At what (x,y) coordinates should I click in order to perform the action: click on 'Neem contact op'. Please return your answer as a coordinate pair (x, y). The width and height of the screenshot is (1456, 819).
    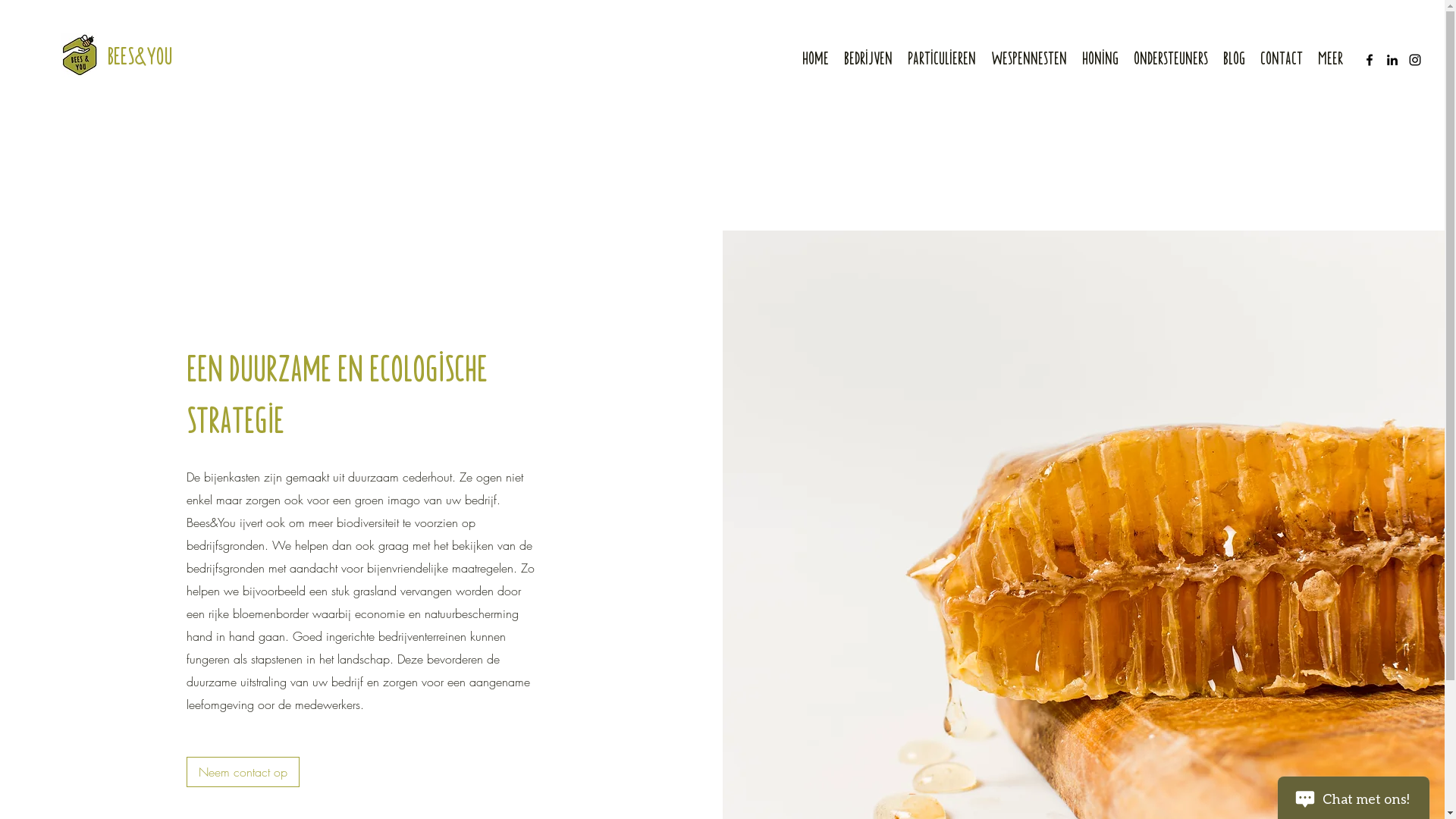
    Looking at the image, I should click on (243, 772).